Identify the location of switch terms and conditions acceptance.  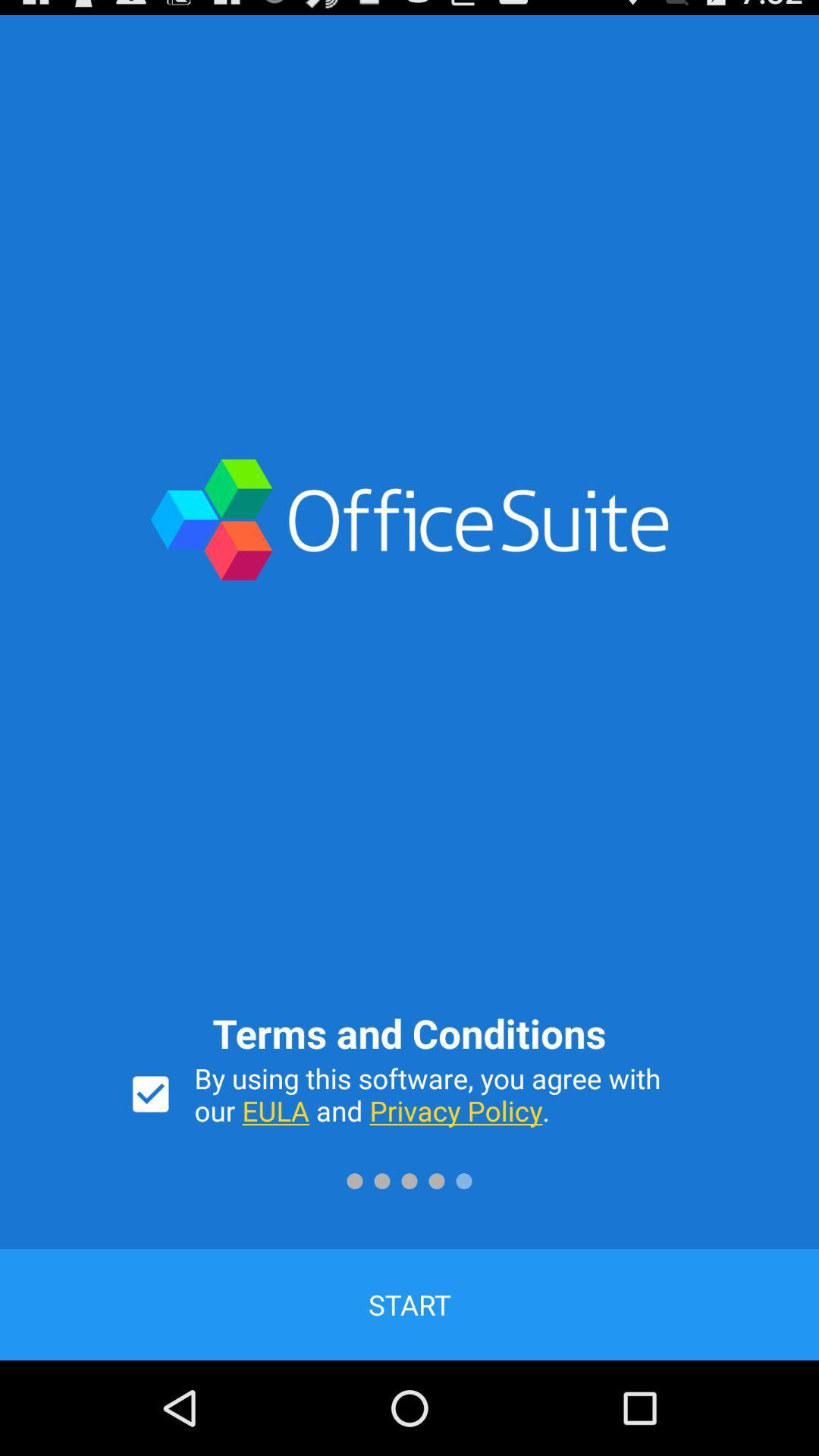
(150, 1094).